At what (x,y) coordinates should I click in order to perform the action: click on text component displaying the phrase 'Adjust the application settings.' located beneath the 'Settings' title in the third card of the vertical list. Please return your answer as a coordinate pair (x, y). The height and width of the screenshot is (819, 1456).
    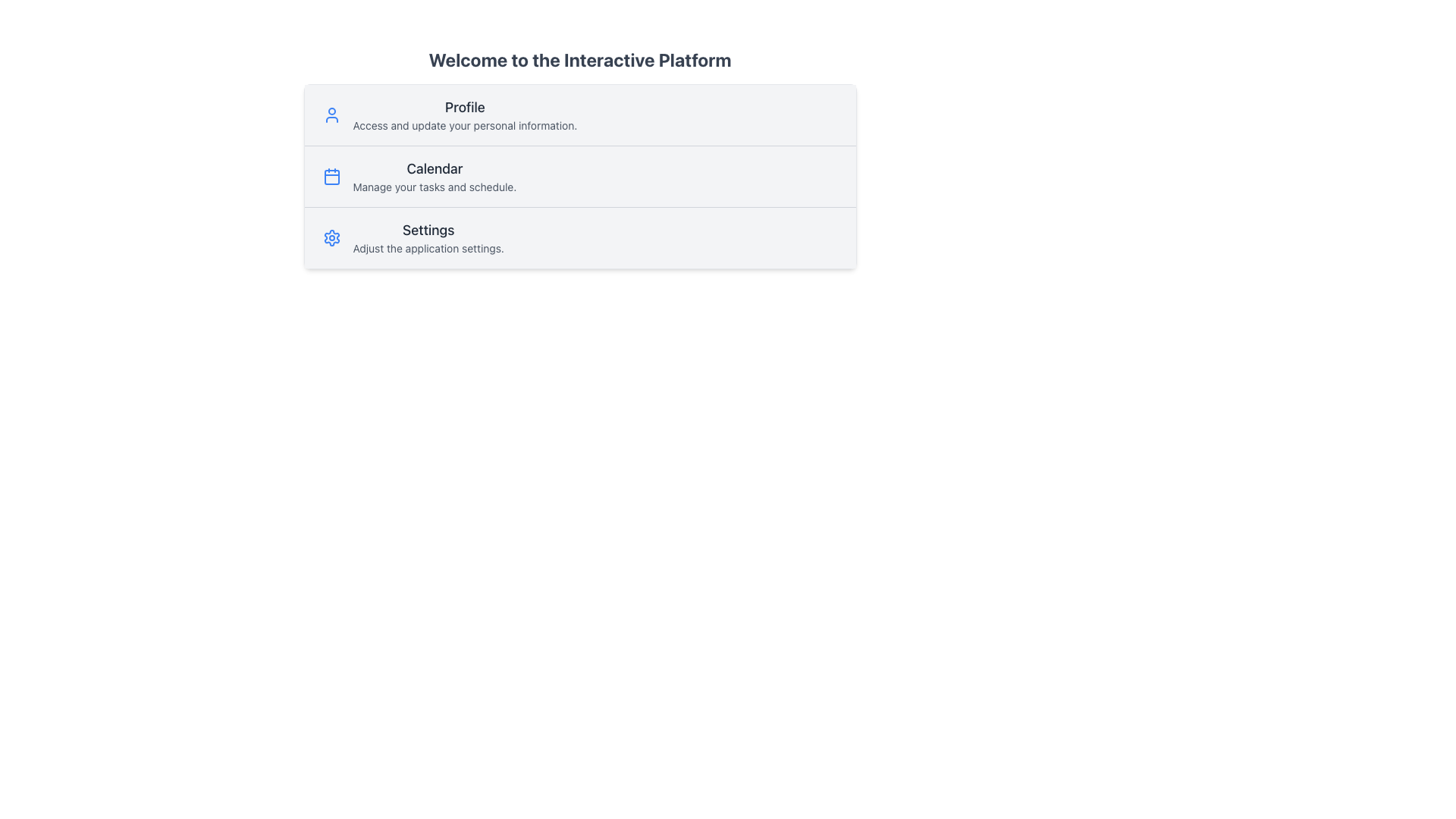
    Looking at the image, I should click on (428, 247).